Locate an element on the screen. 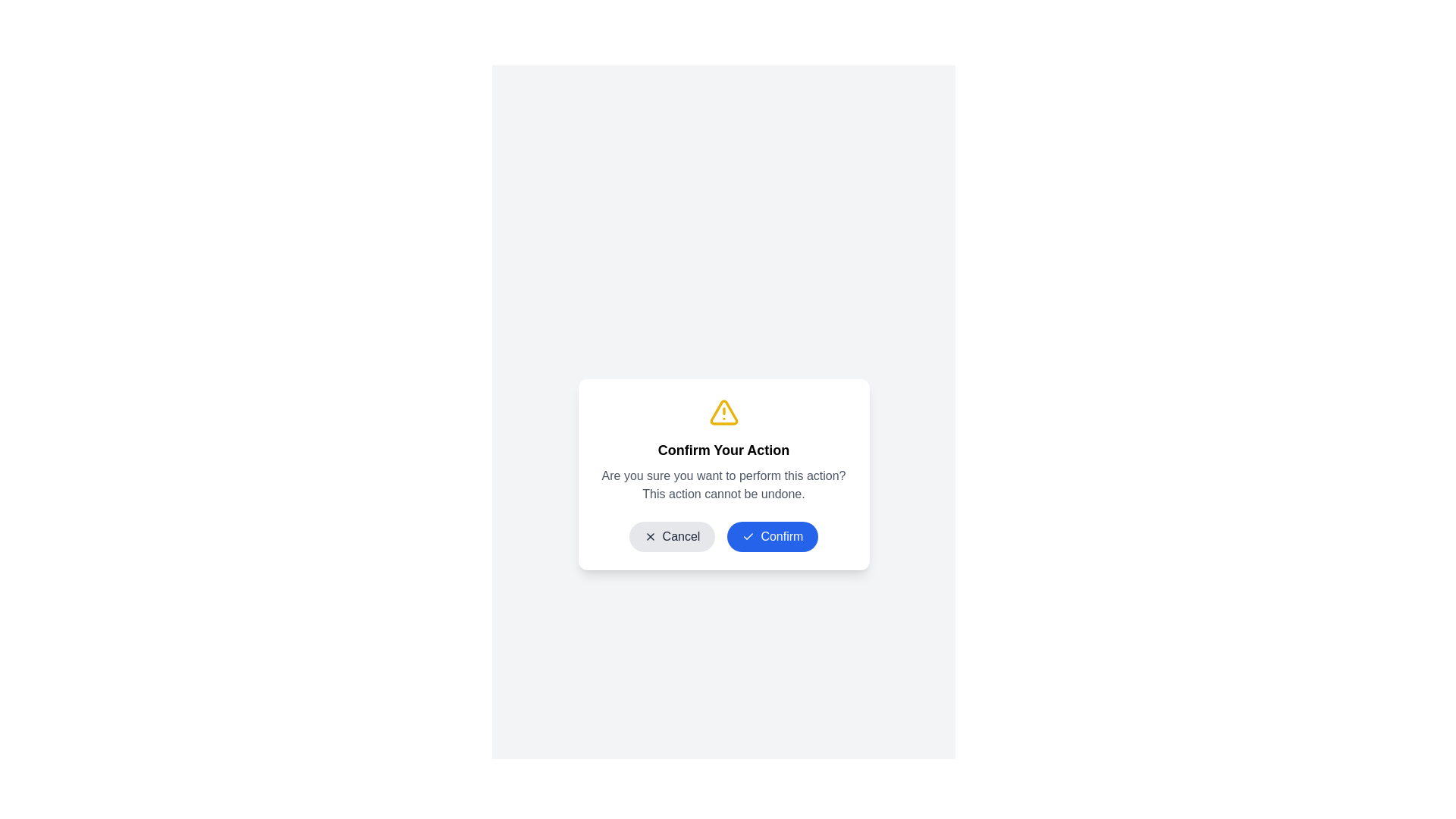 The height and width of the screenshot is (819, 1456). the confirm button located in the bottom-right corner of the modal dialog box is located at coordinates (773, 536).